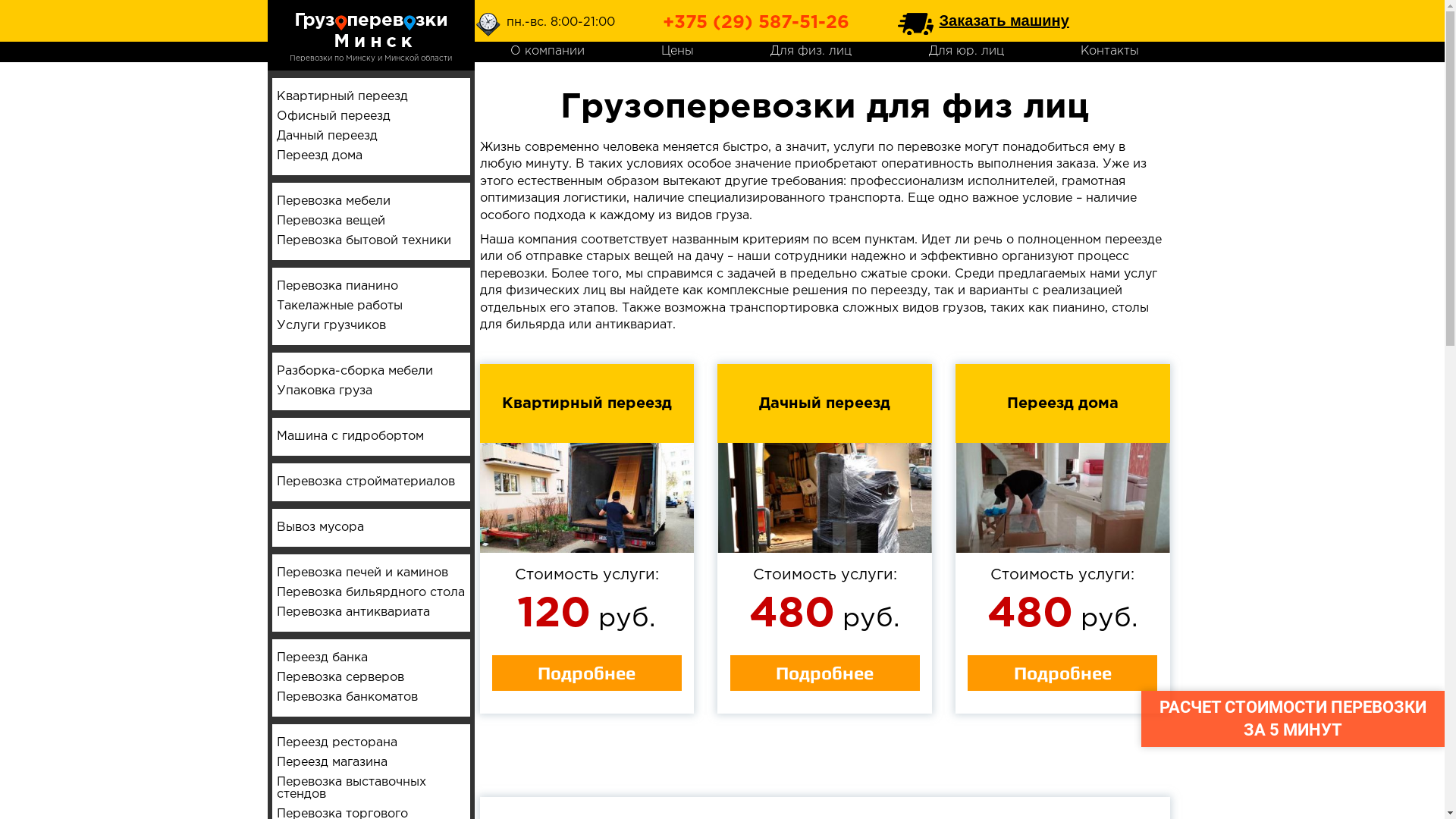 This screenshot has height=819, width=1456. I want to click on '+375 (29) 587-51-26', so click(756, 23).